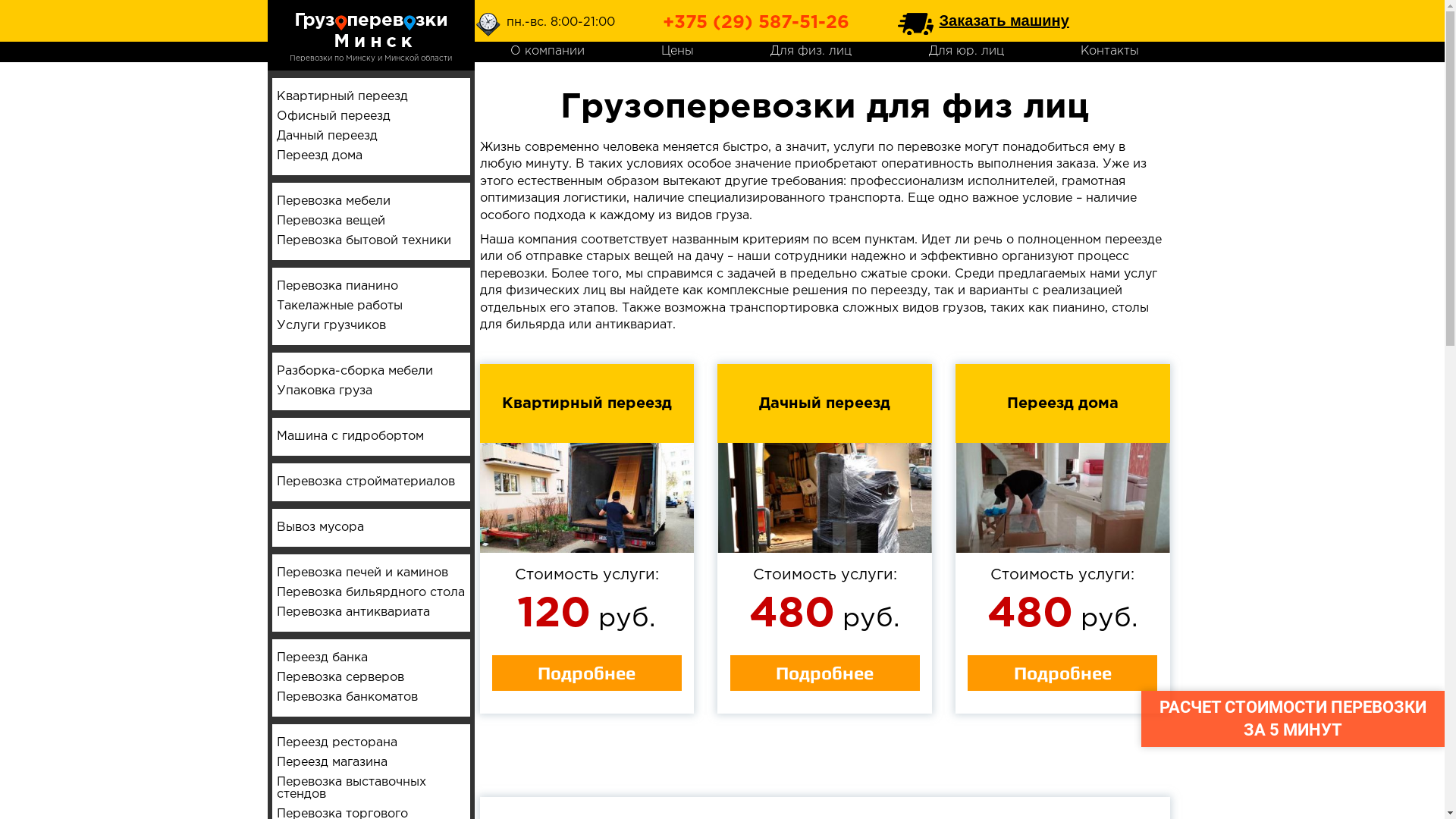 This screenshot has height=819, width=1456. I want to click on '+375 (29) 587-51-26', so click(756, 23).